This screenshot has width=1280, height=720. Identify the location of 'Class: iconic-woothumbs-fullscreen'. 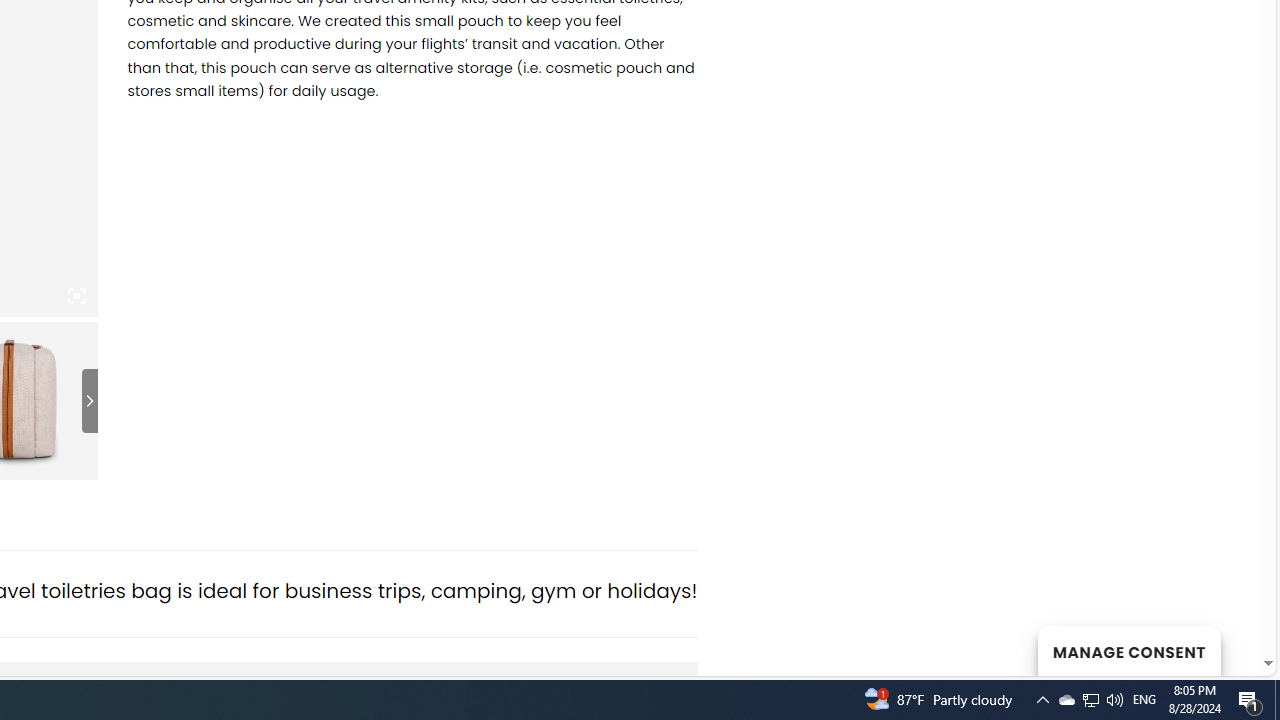
(76, 296).